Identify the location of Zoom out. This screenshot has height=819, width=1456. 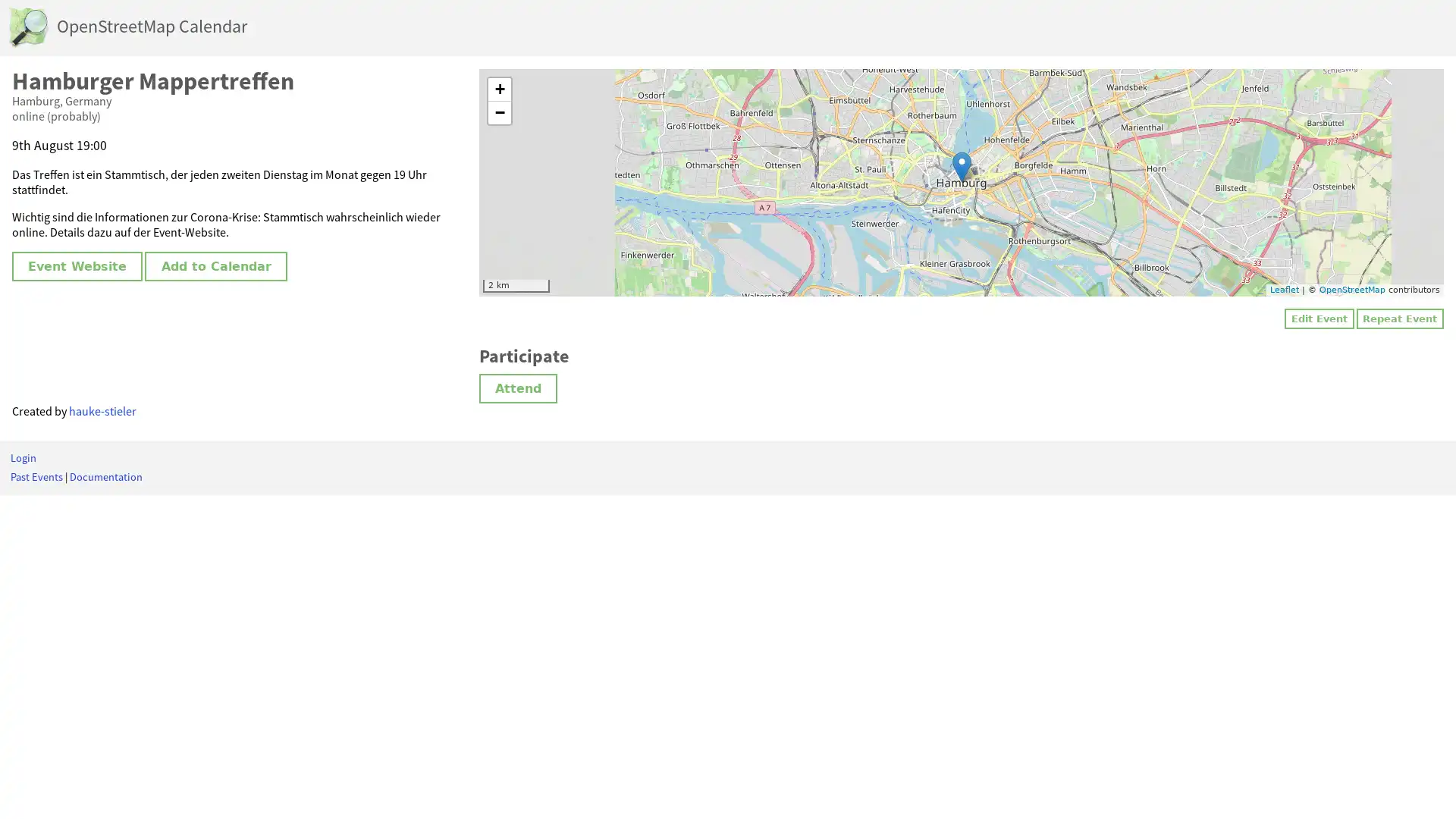
(499, 112).